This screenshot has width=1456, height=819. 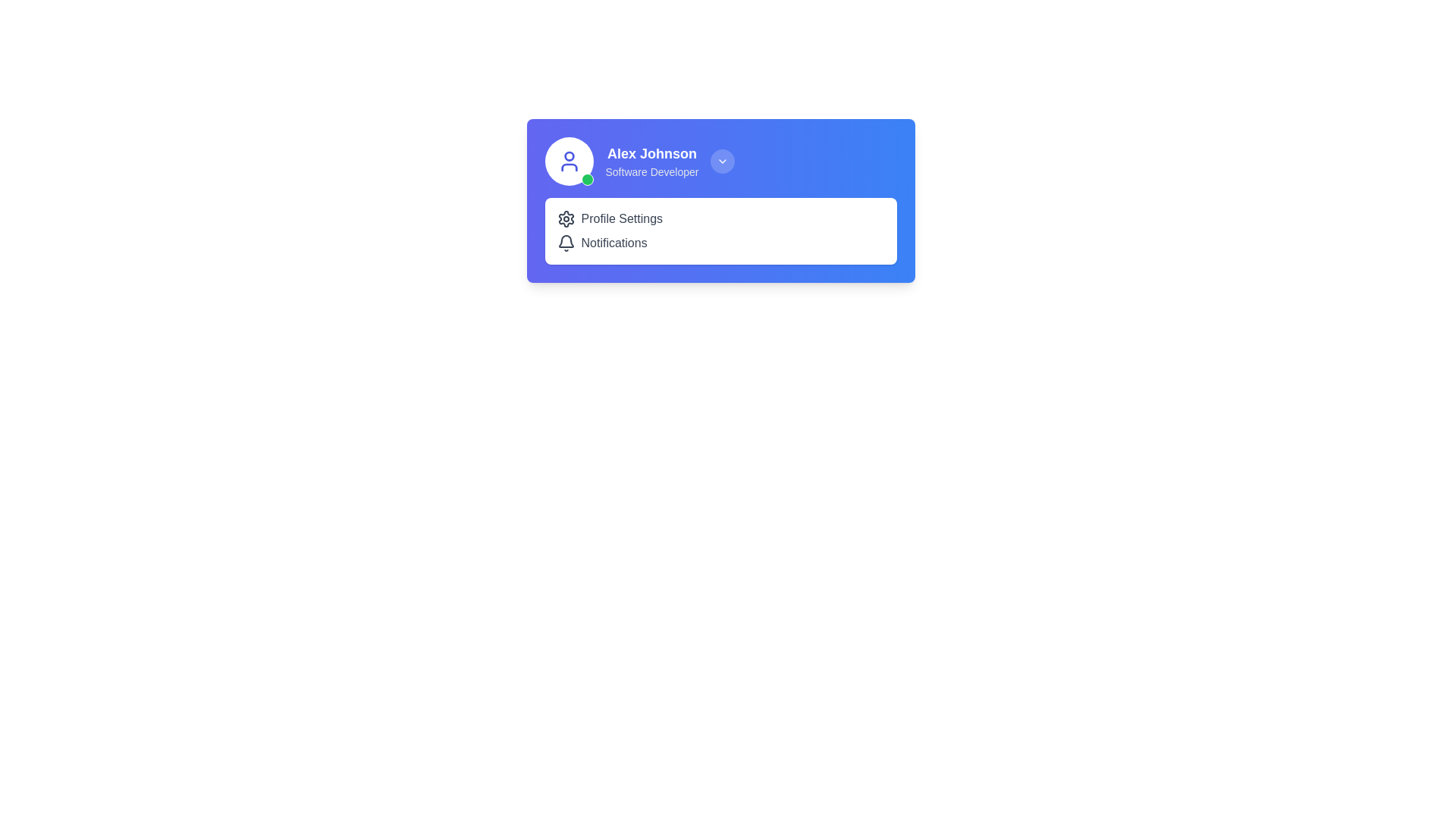 What do you see at coordinates (565, 240) in the screenshot?
I see `the notification icon, which is an SVG element positioned adjacent to the 'Notifications' label in the top right section of the UI` at bounding box center [565, 240].